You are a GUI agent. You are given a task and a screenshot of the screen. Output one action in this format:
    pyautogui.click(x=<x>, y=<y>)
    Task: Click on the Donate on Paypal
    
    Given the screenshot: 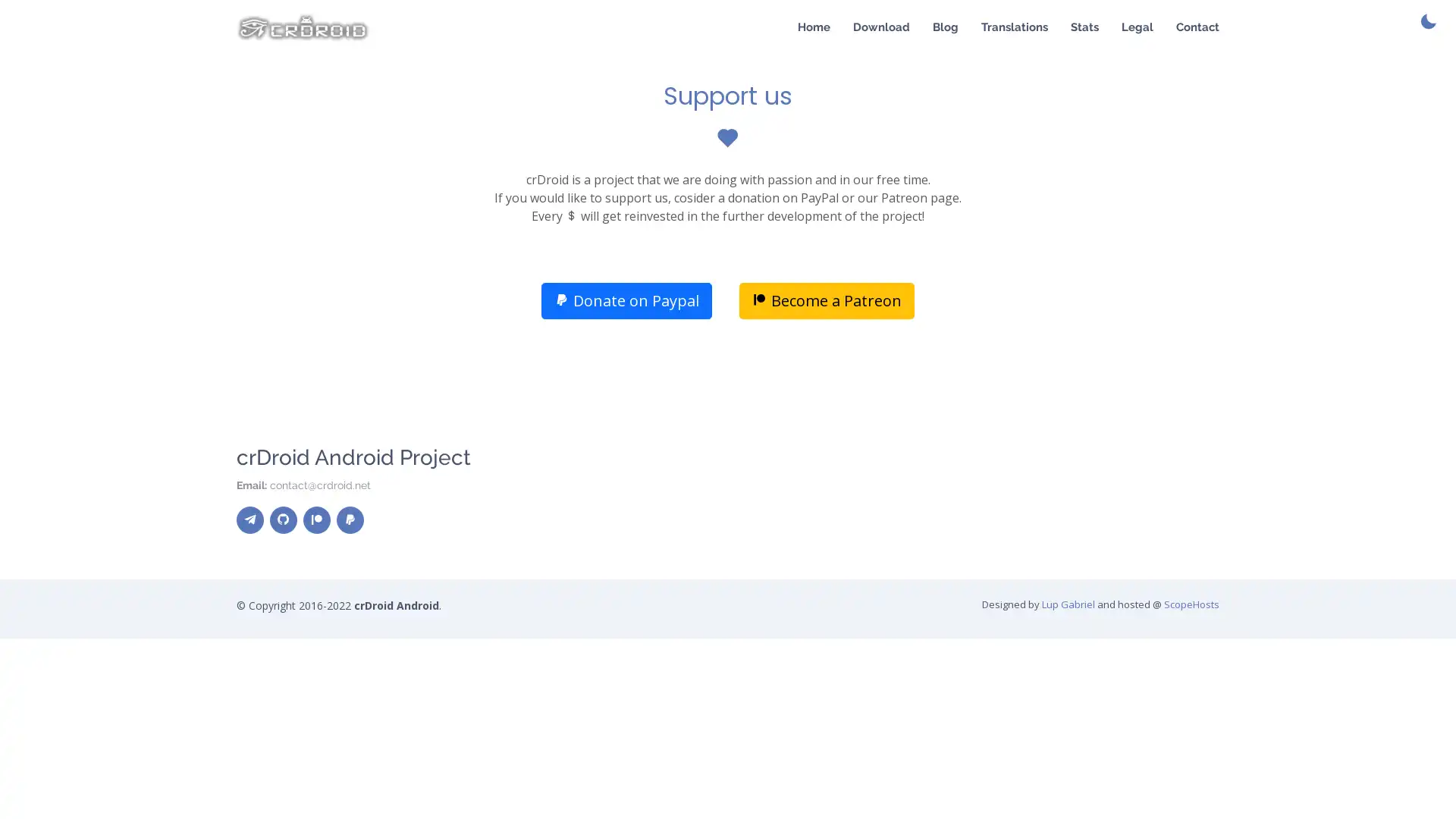 What is the action you would take?
    pyautogui.click(x=626, y=300)
    